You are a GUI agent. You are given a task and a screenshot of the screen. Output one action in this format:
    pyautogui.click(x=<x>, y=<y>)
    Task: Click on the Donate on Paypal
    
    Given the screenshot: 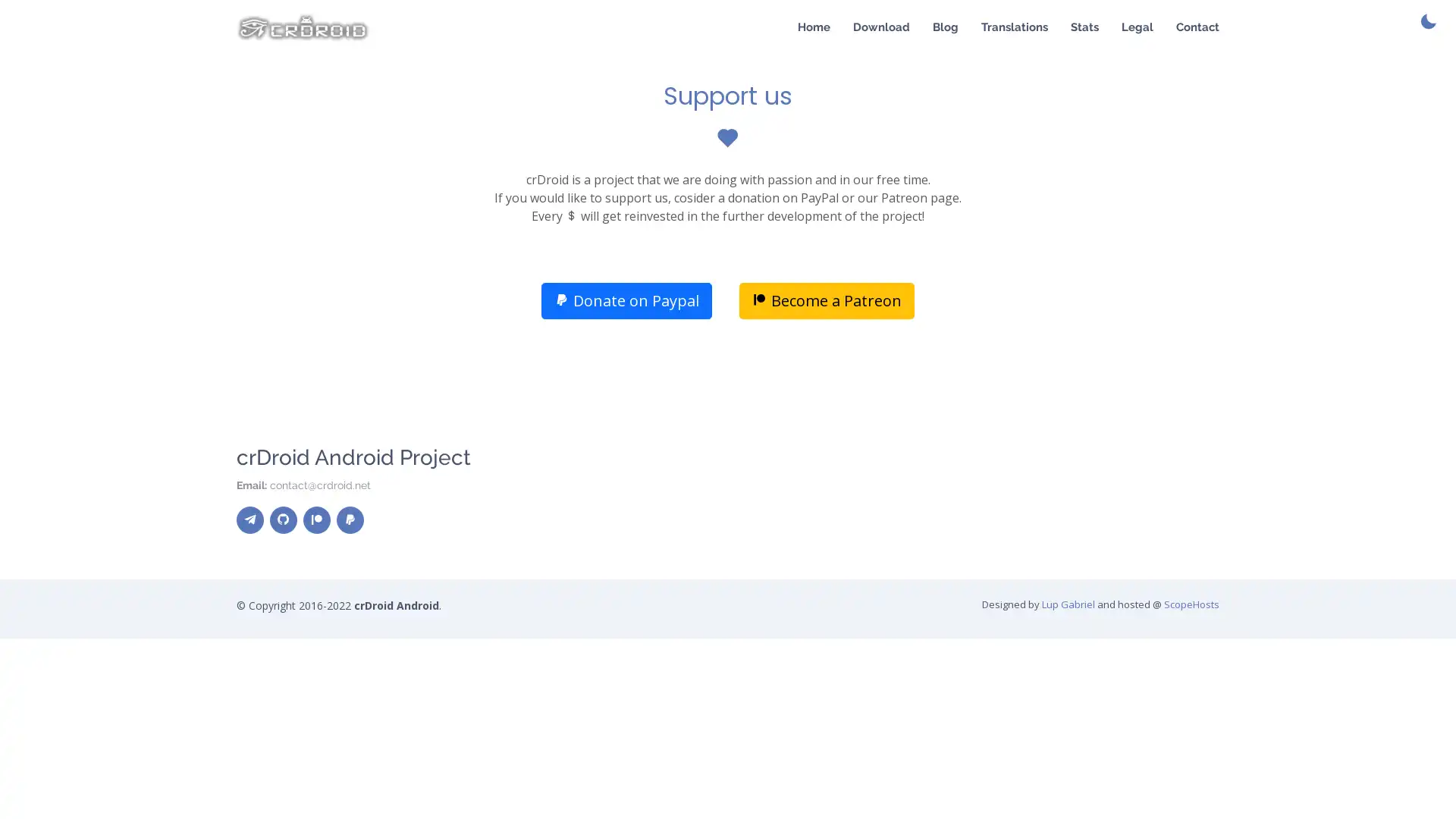 What is the action you would take?
    pyautogui.click(x=626, y=300)
    